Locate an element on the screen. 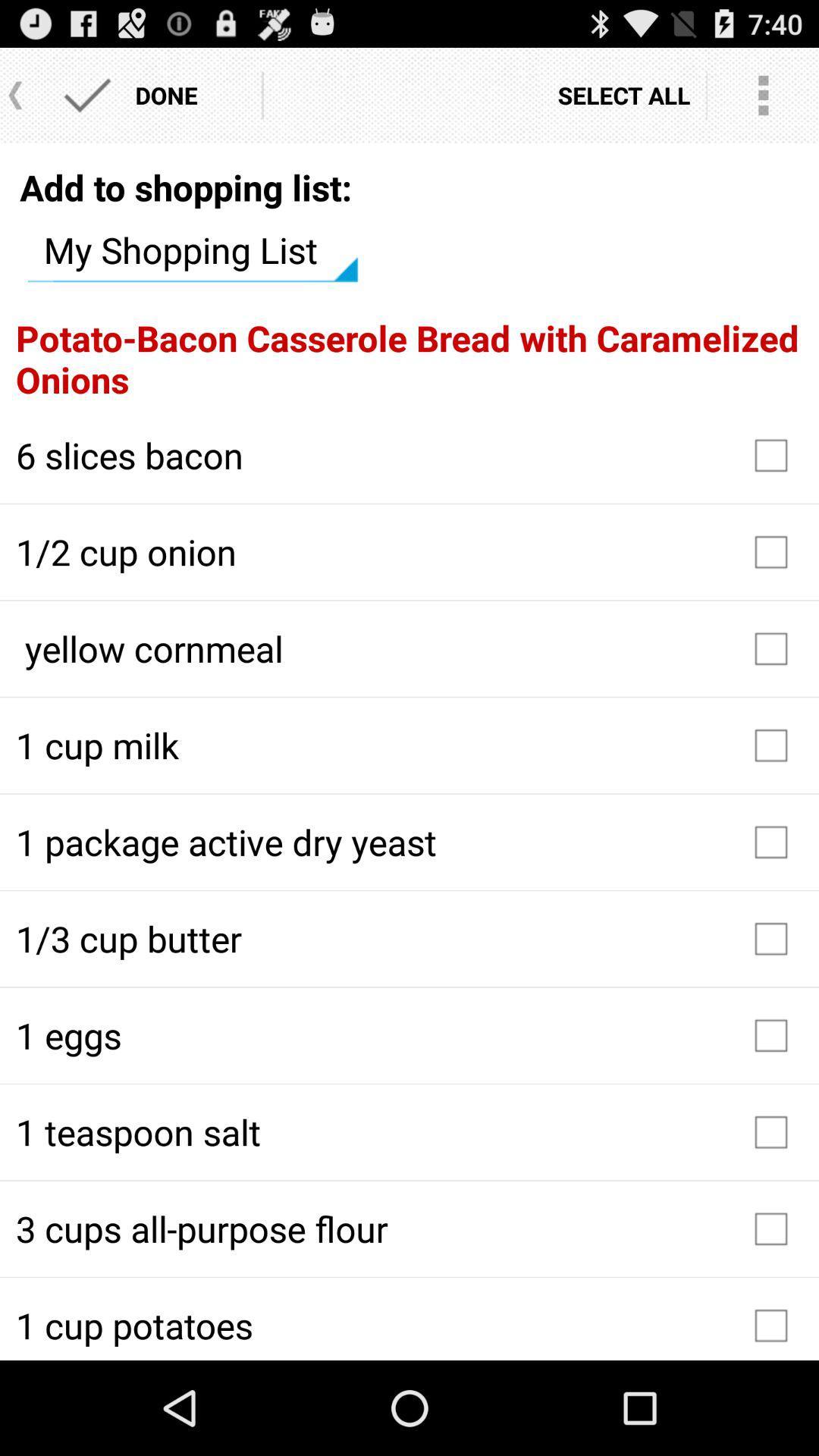  icon above 1 cup milk is located at coordinates (409, 648).